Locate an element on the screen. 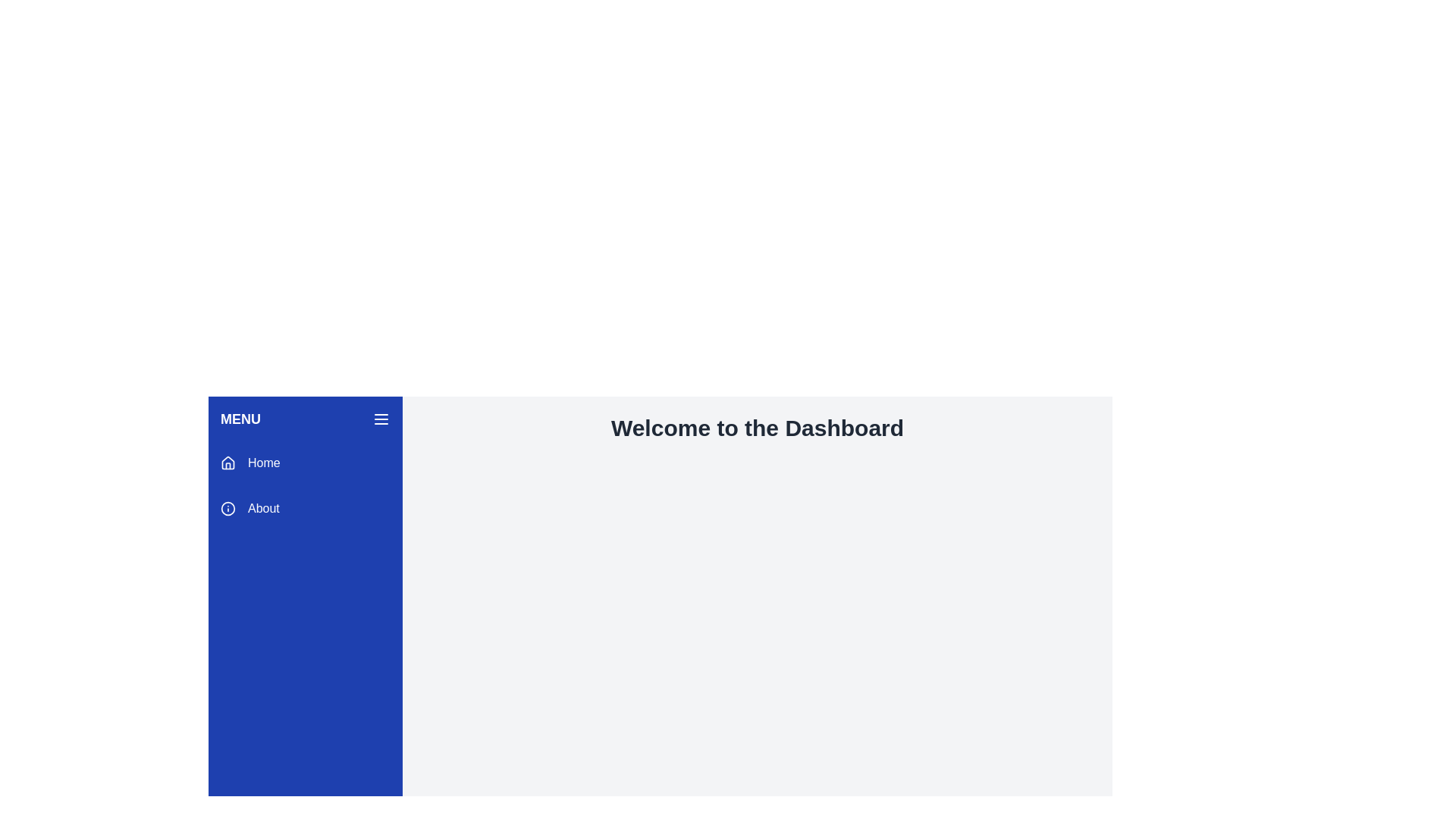  the 'Home' menu item, which is the first item in the vertical list of menu options, located at the top center of the blue sidebar beneath the title 'Menu' is located at coordinates (305, 462).